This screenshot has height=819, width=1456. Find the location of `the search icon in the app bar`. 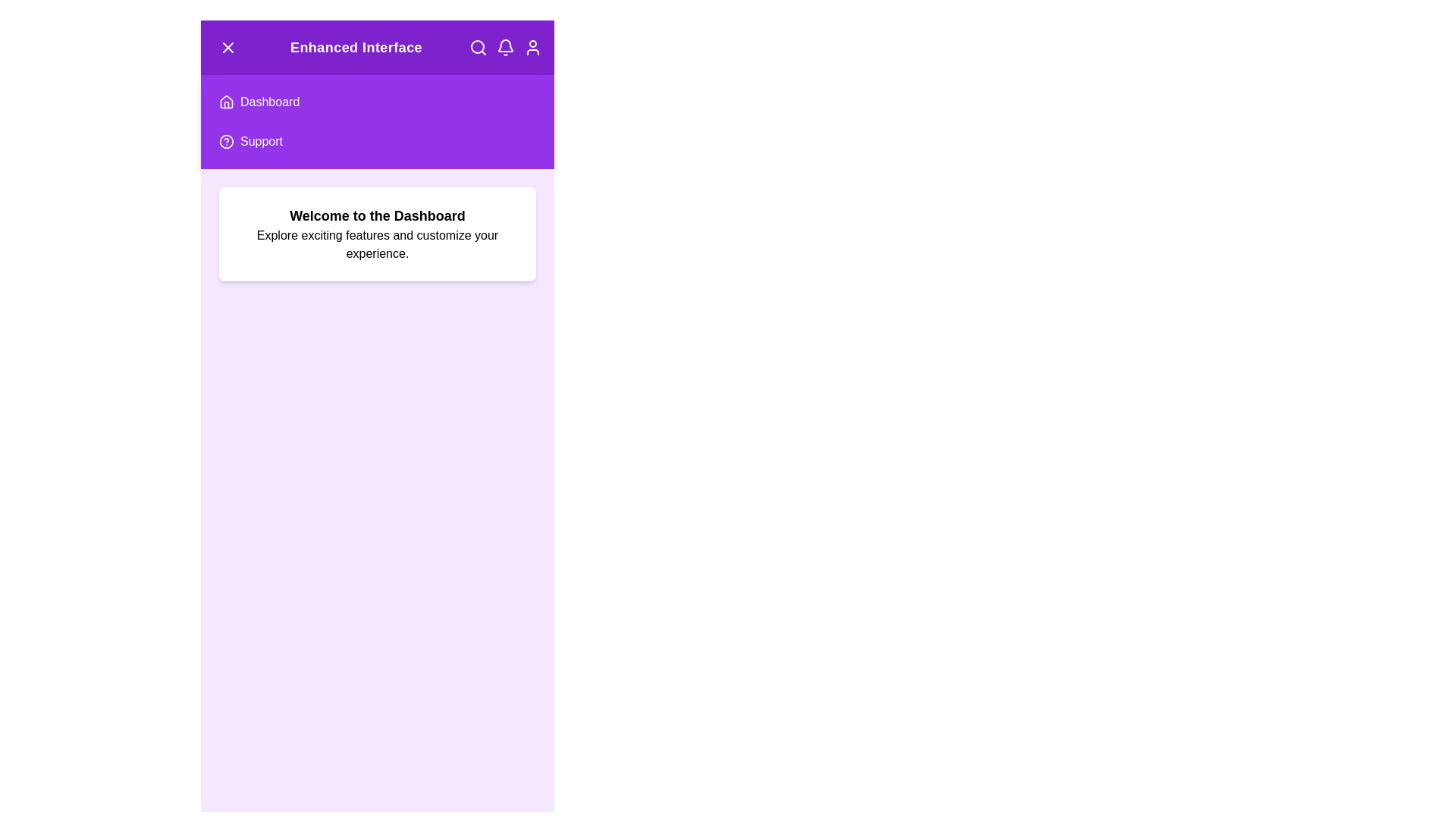

the search icon in the app bar is located at coordinates (477, 46).